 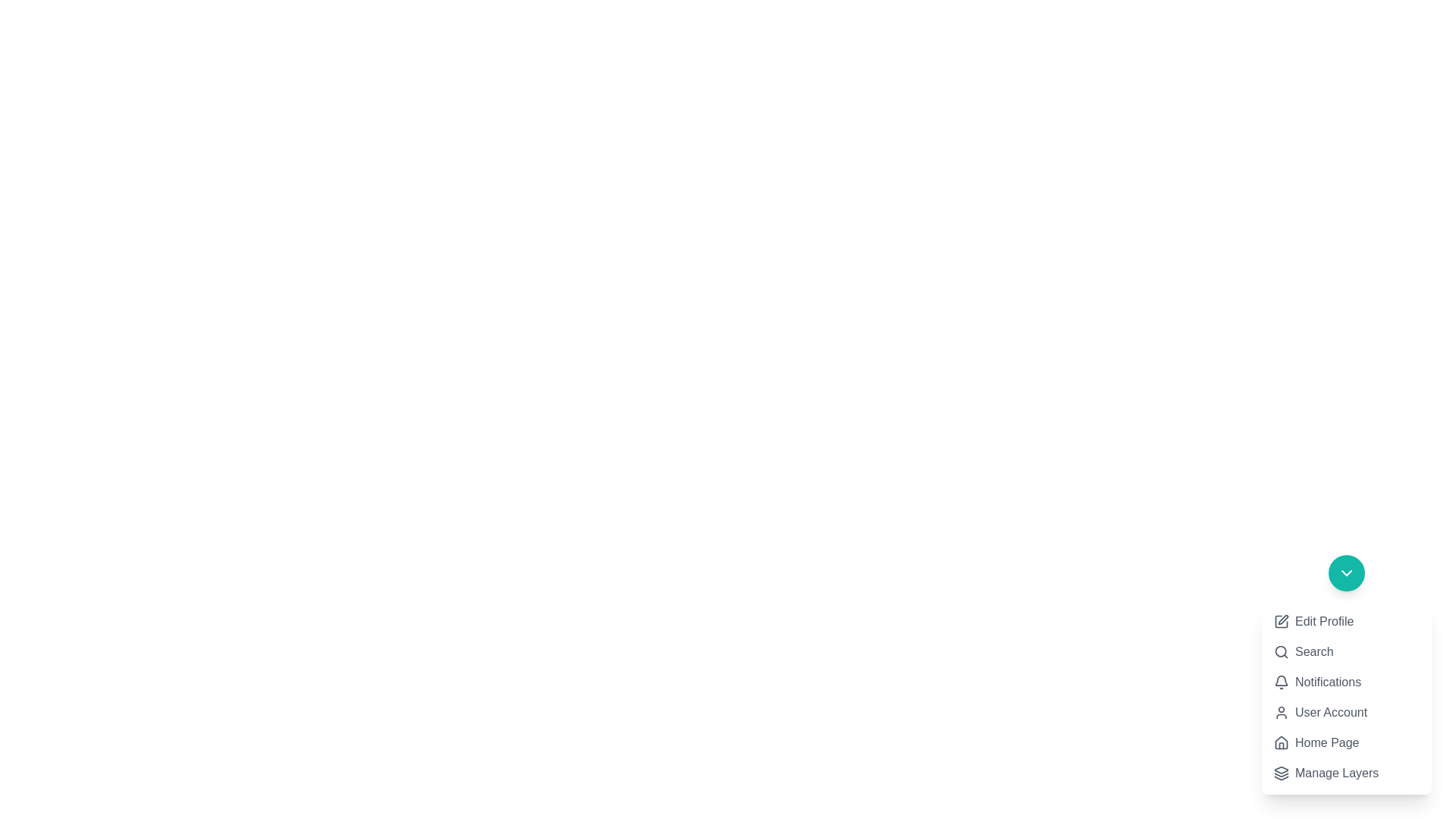 I want to click on the second button in the vertical list menu for accessing search functionality, located directly below 'Edit Profile' and above 'Notifications', so click(x=1302, y=651).